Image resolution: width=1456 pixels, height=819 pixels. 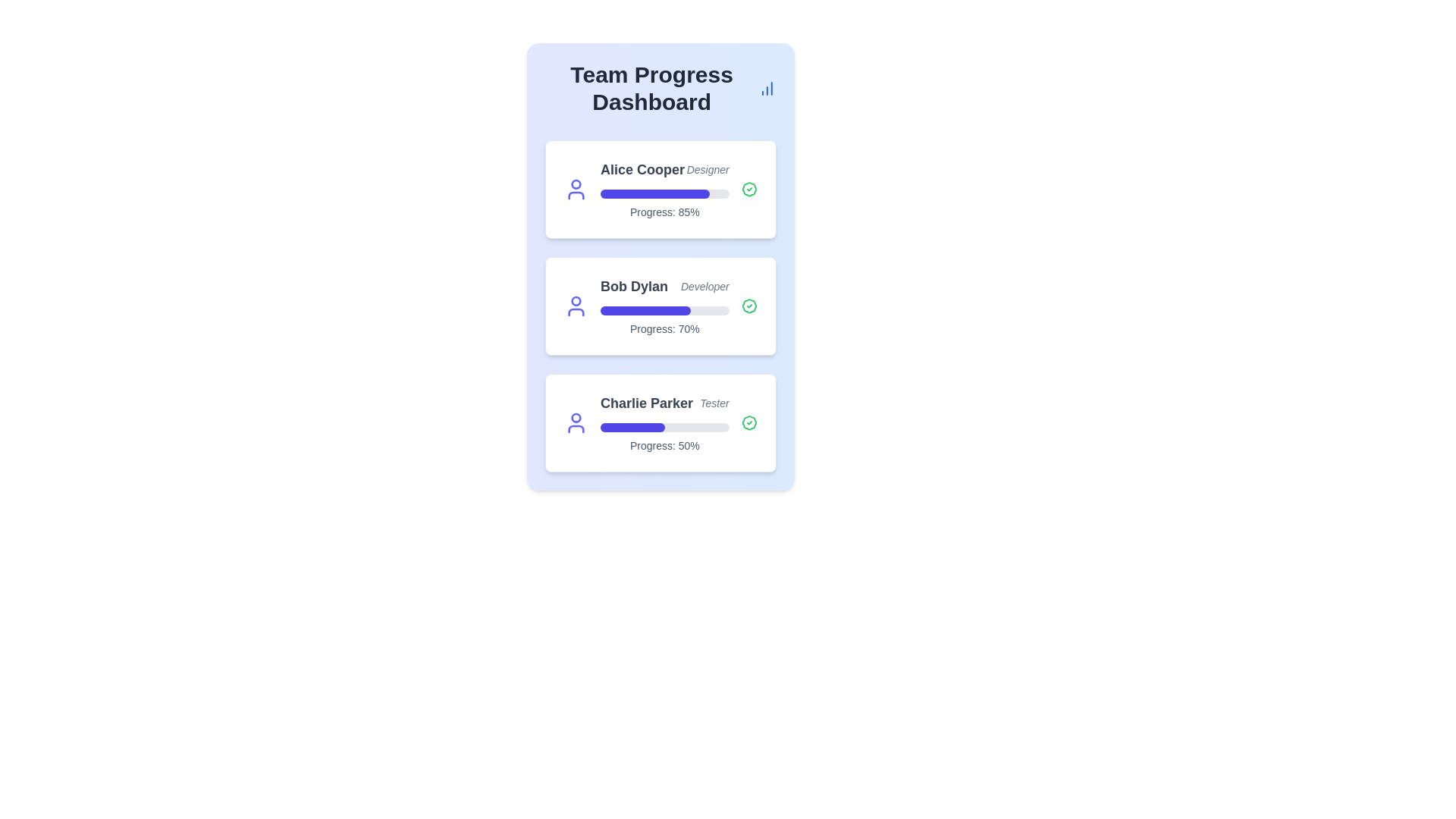 What do you see at coordinates (575, 423) in the screenshot?
I see `the avatar placeholder icon for the user 'Charlie Parker' located at the bottom left of the dashboard card` at bounding box center [575, 423].